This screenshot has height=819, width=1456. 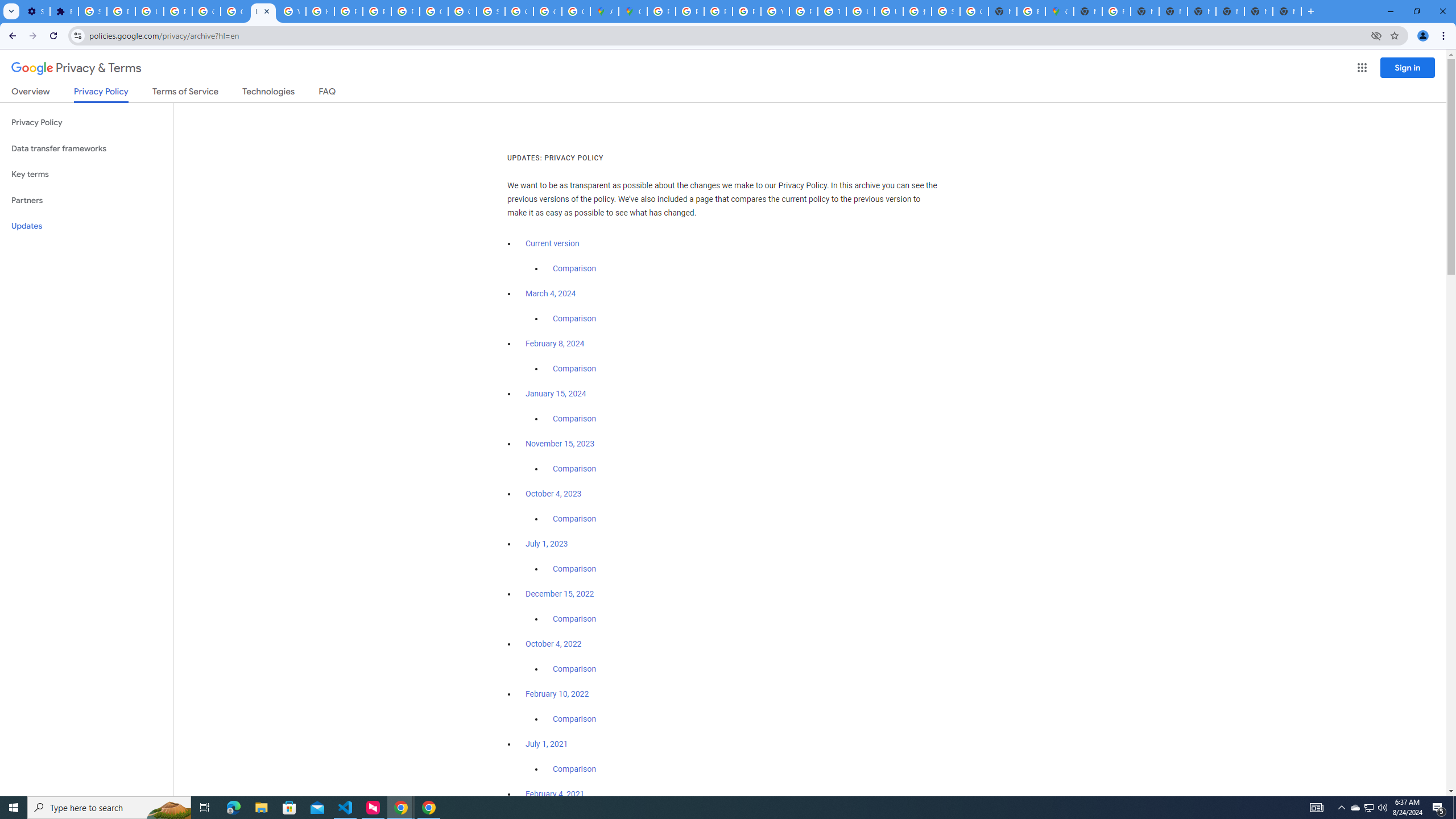 I want to click on 'Create your Google Account', so click(x=575, y=11).